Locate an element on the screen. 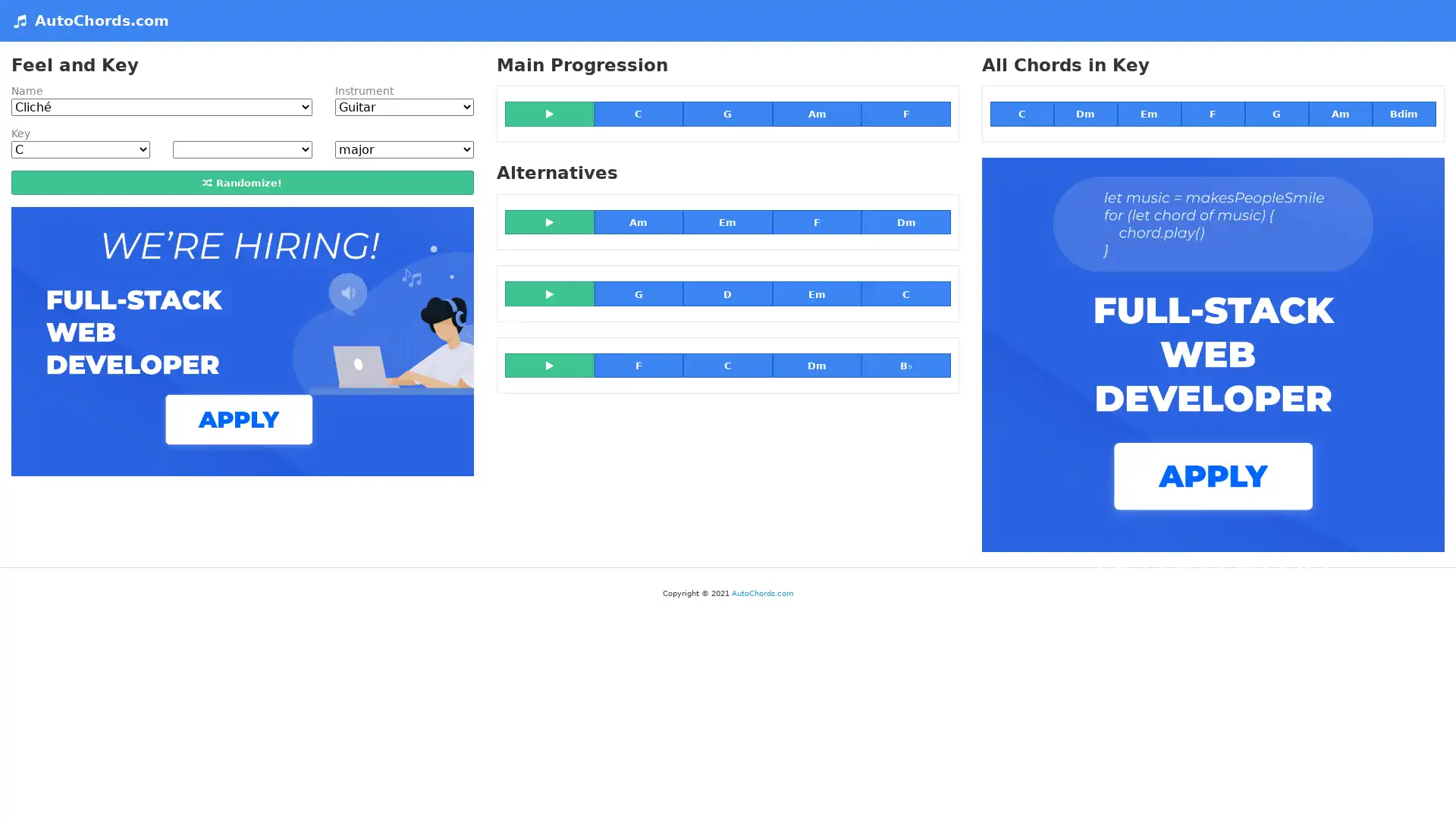 This screenshot has height=819, width=1456. F is located at coordinates (905, 113).